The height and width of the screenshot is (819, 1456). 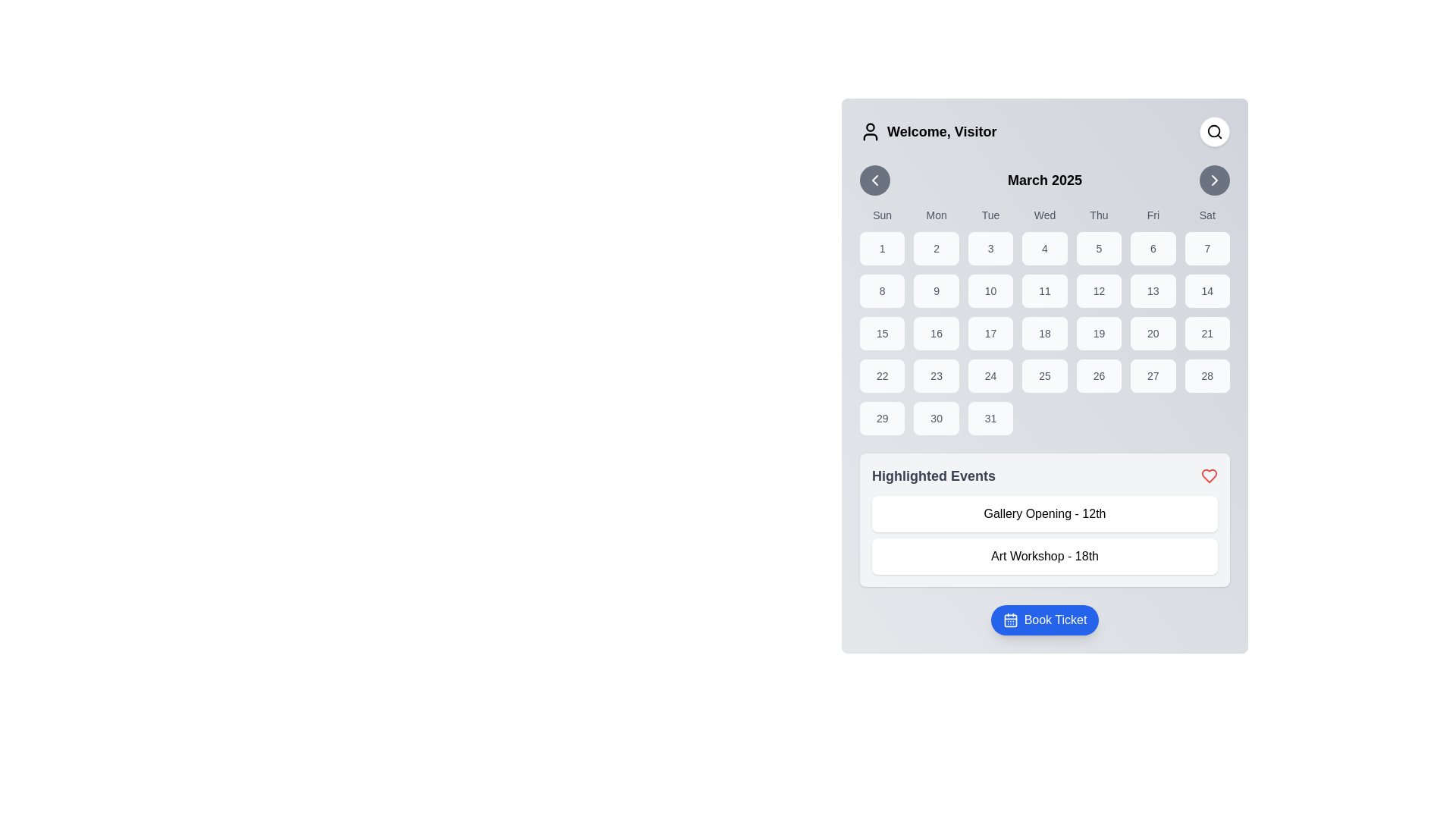 I want to click on the Date cell displaying '12' in the calendar grid for March 12, 2025, so click(x=1099, y=291).